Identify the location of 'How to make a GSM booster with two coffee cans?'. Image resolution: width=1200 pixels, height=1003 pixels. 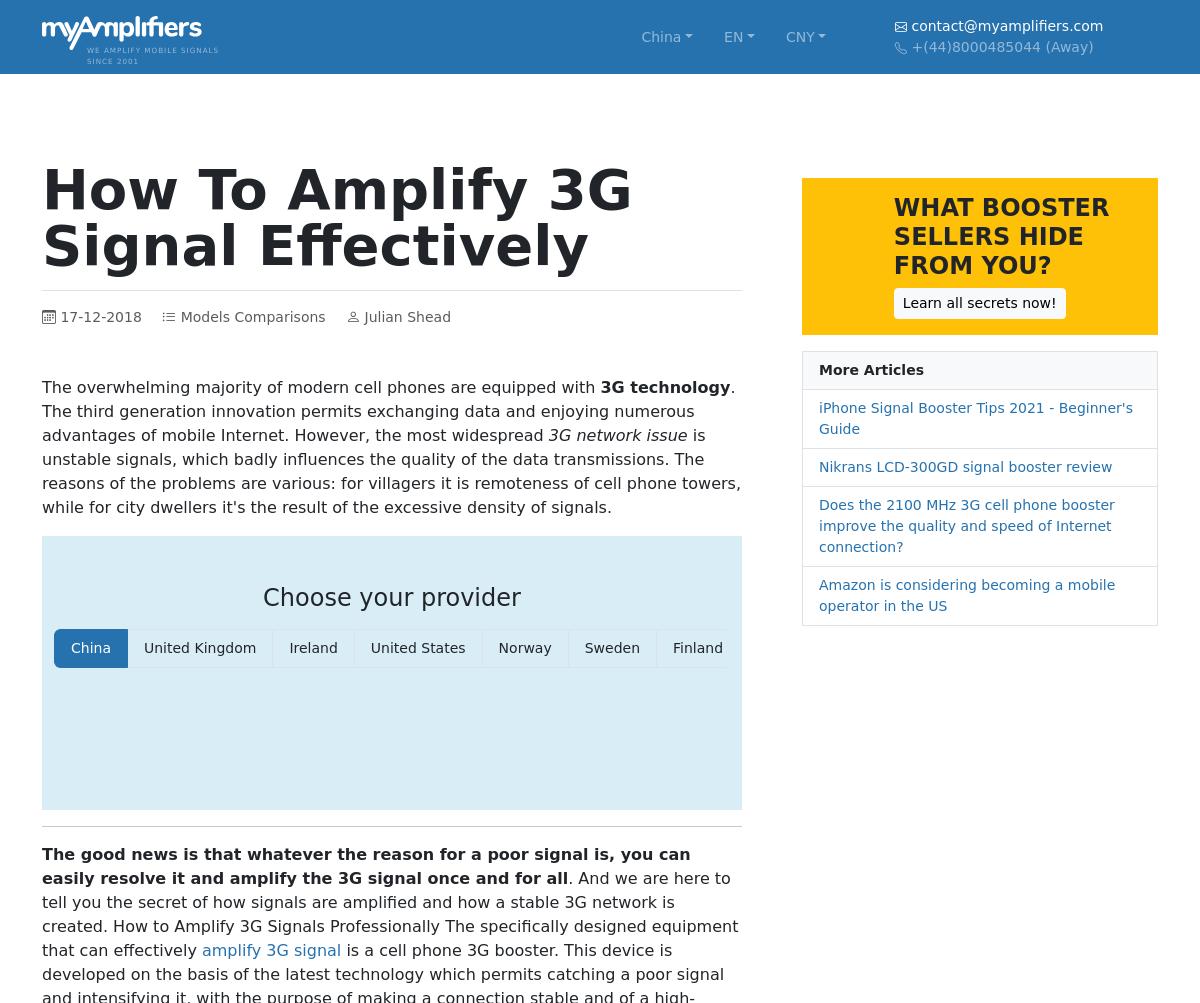
(170, 638).